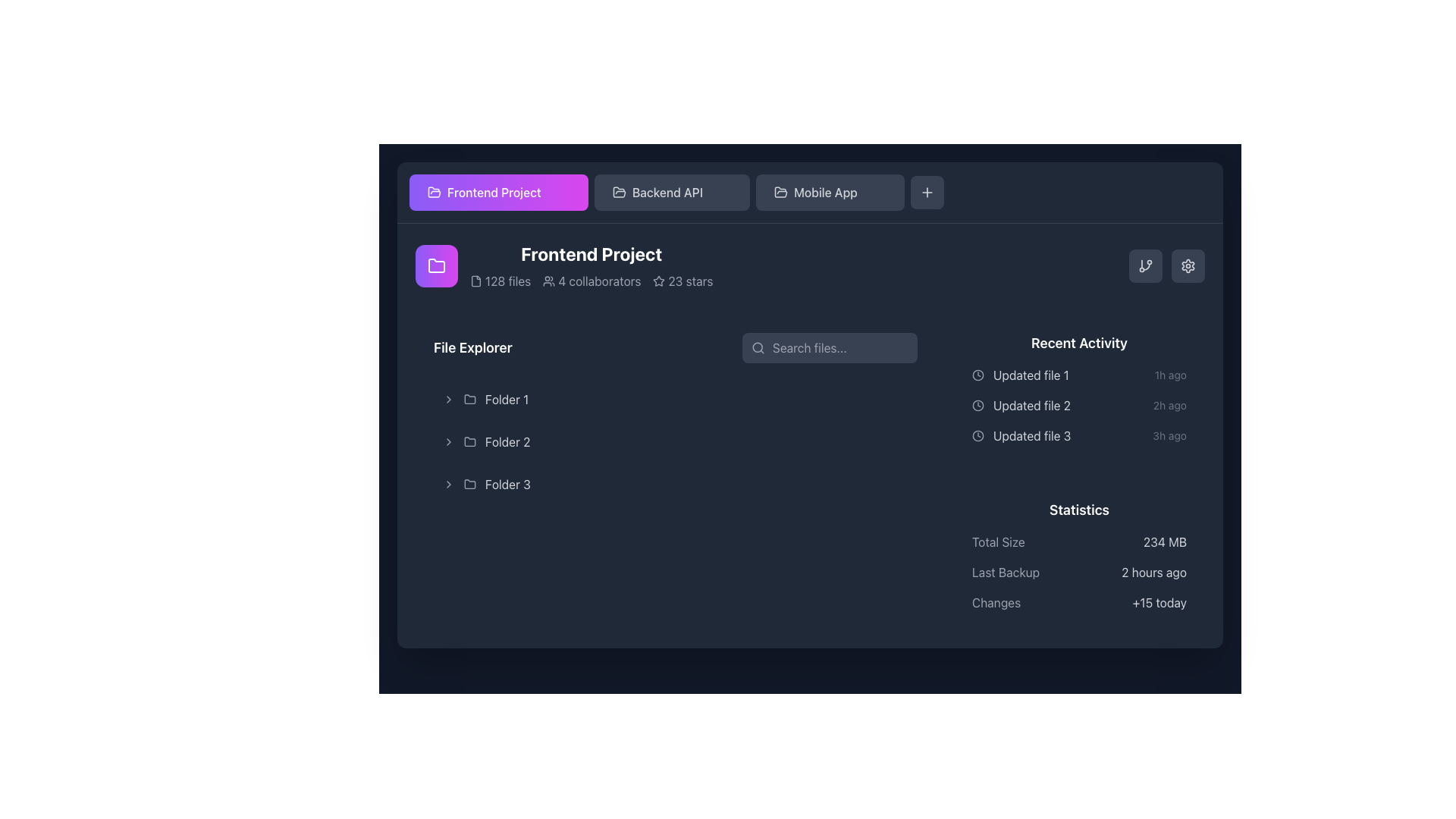  What do you see at coordinates (829, 192) in the screenshot?
I see `the 'Mobile App' button, which is the third button in the horizontal row with a dark gray background and a folder icon` at bounding box center [829, 192].